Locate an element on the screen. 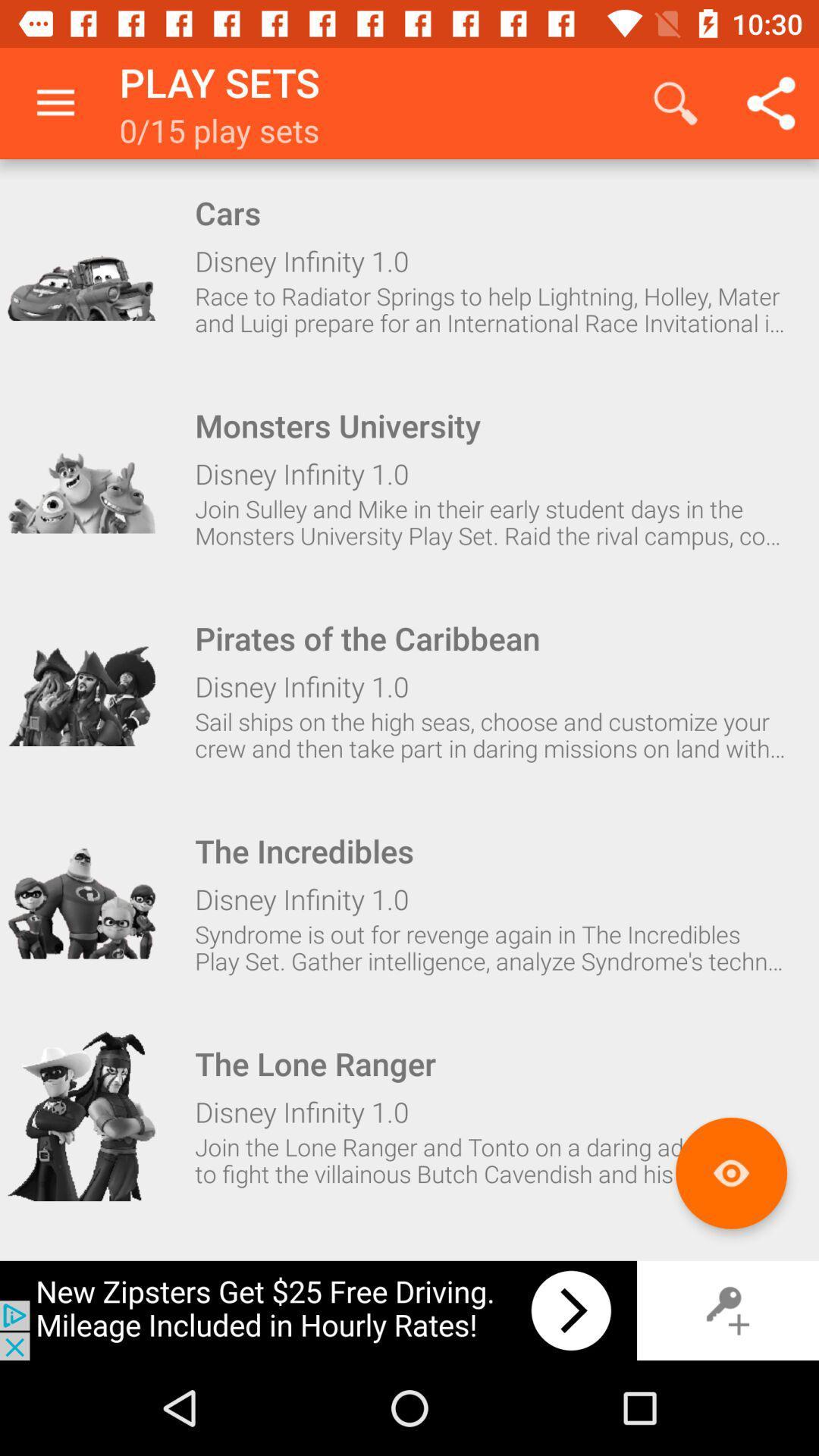 The image size is (819, 1456). open mail is located at coordinates (81, 1116).